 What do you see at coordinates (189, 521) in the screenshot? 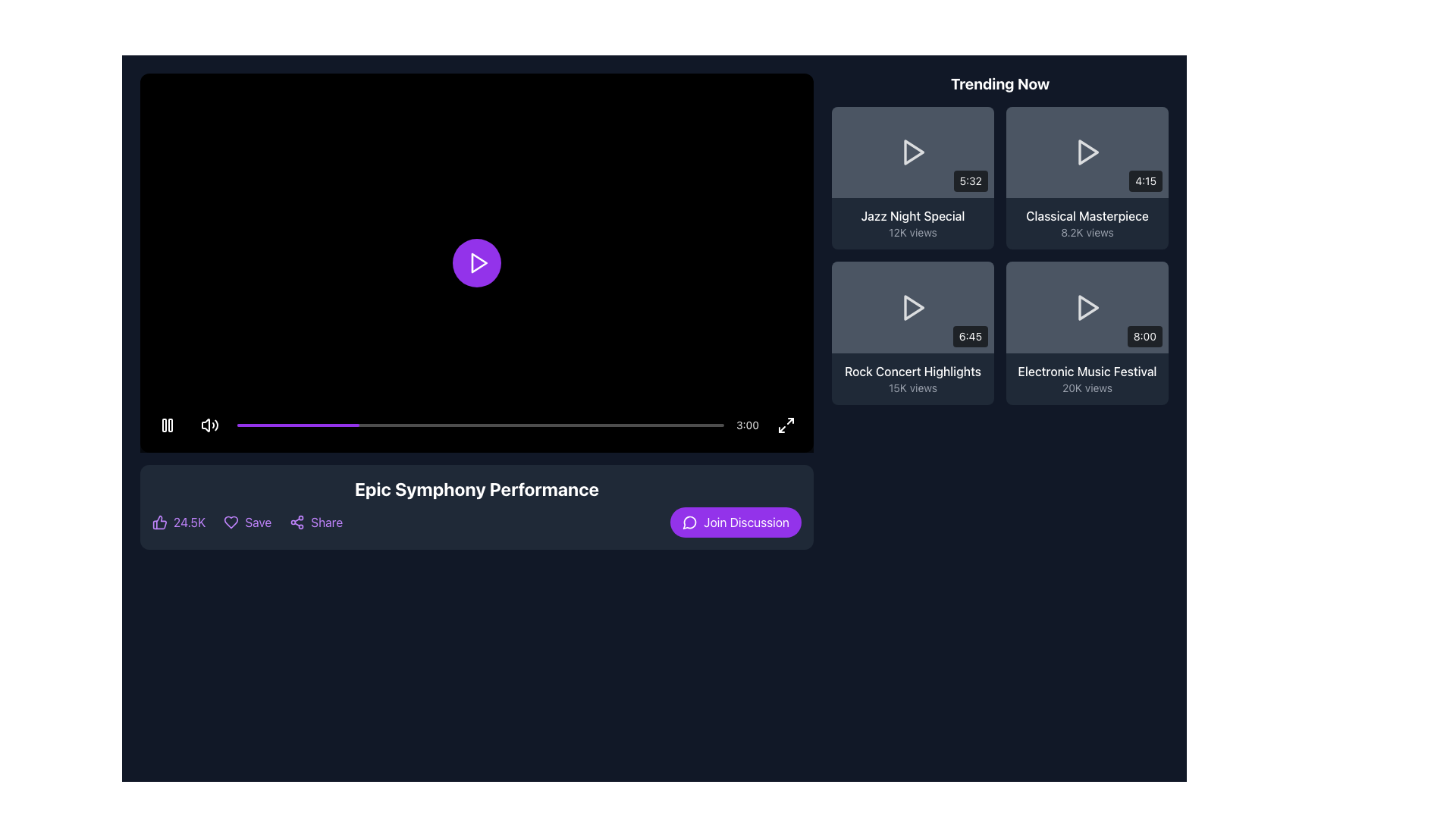
I see `the informational text element displaying '24.5K' in purple font, located adjacent to the thumbs-up icon near the bottom-left corner of the interaction options bar` at bounding box center [189, 521].